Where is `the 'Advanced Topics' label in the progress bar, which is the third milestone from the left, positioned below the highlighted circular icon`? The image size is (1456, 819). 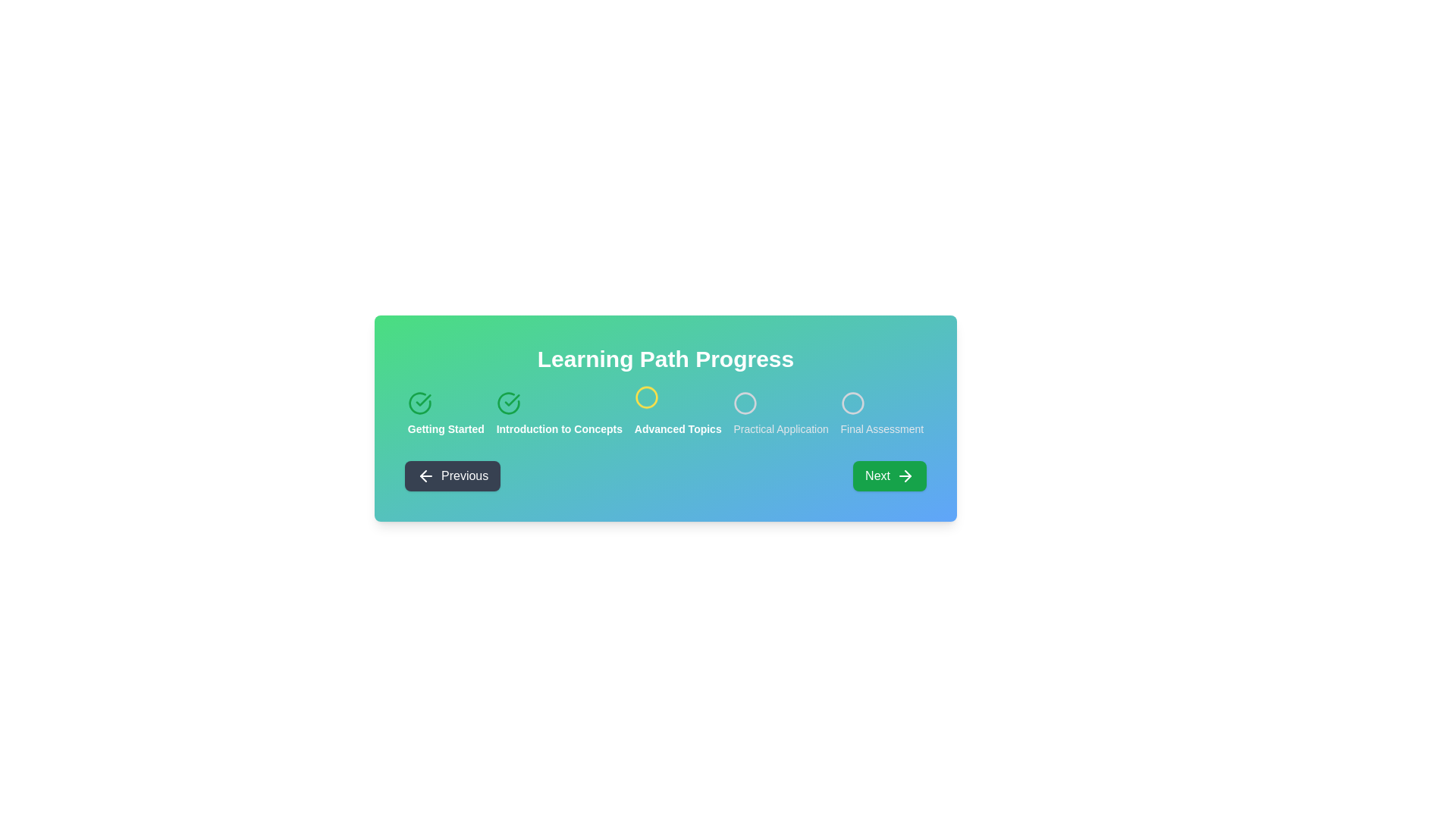 the 'Advanced Topics' label in the progress bar, which is the third milestone from the left, positioned below the highlighted circular icon is located at coordinates (677, 429).